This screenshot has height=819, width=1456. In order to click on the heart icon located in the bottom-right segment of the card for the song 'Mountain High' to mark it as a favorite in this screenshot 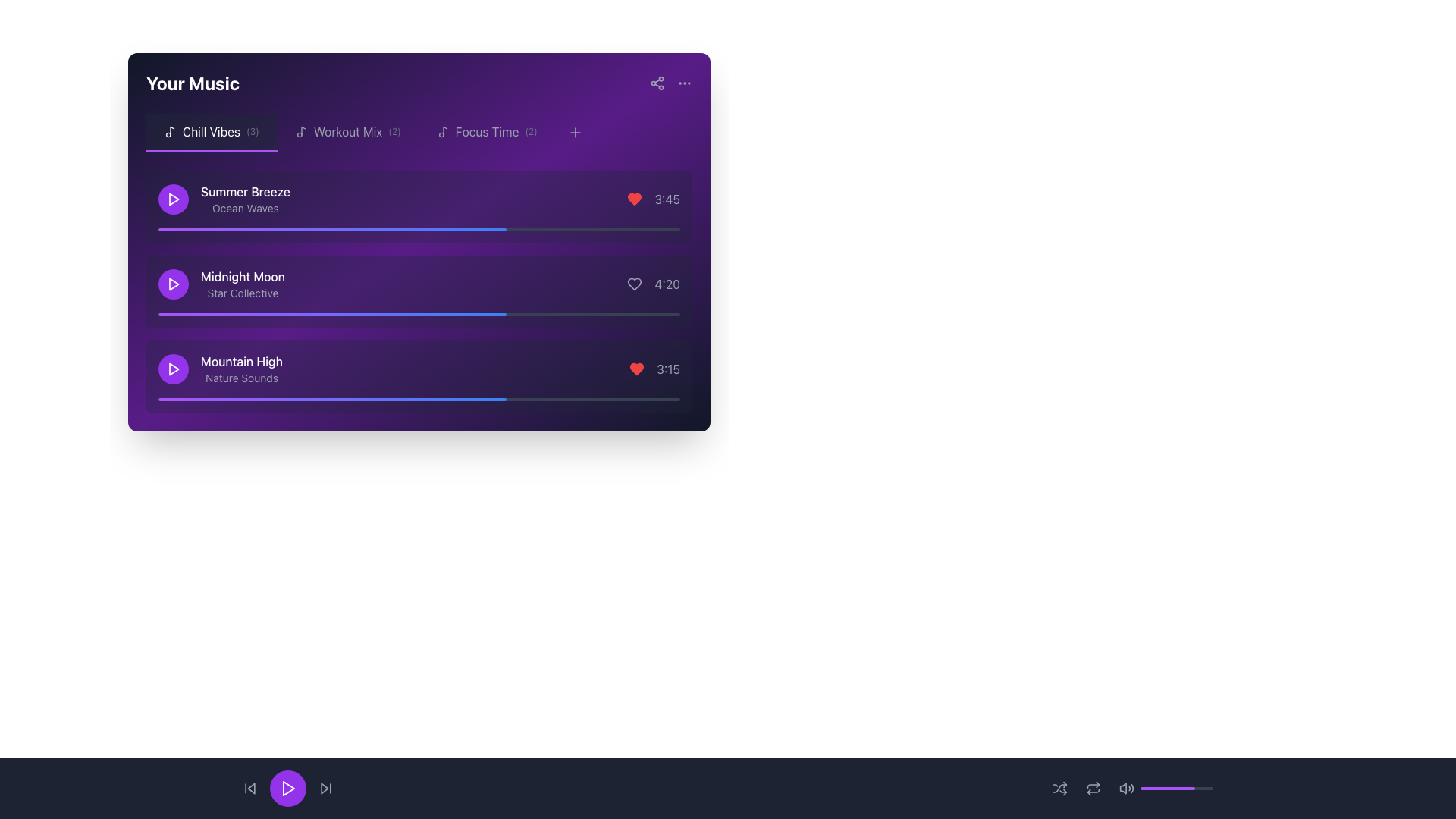, I will do `click(654, 369)`.